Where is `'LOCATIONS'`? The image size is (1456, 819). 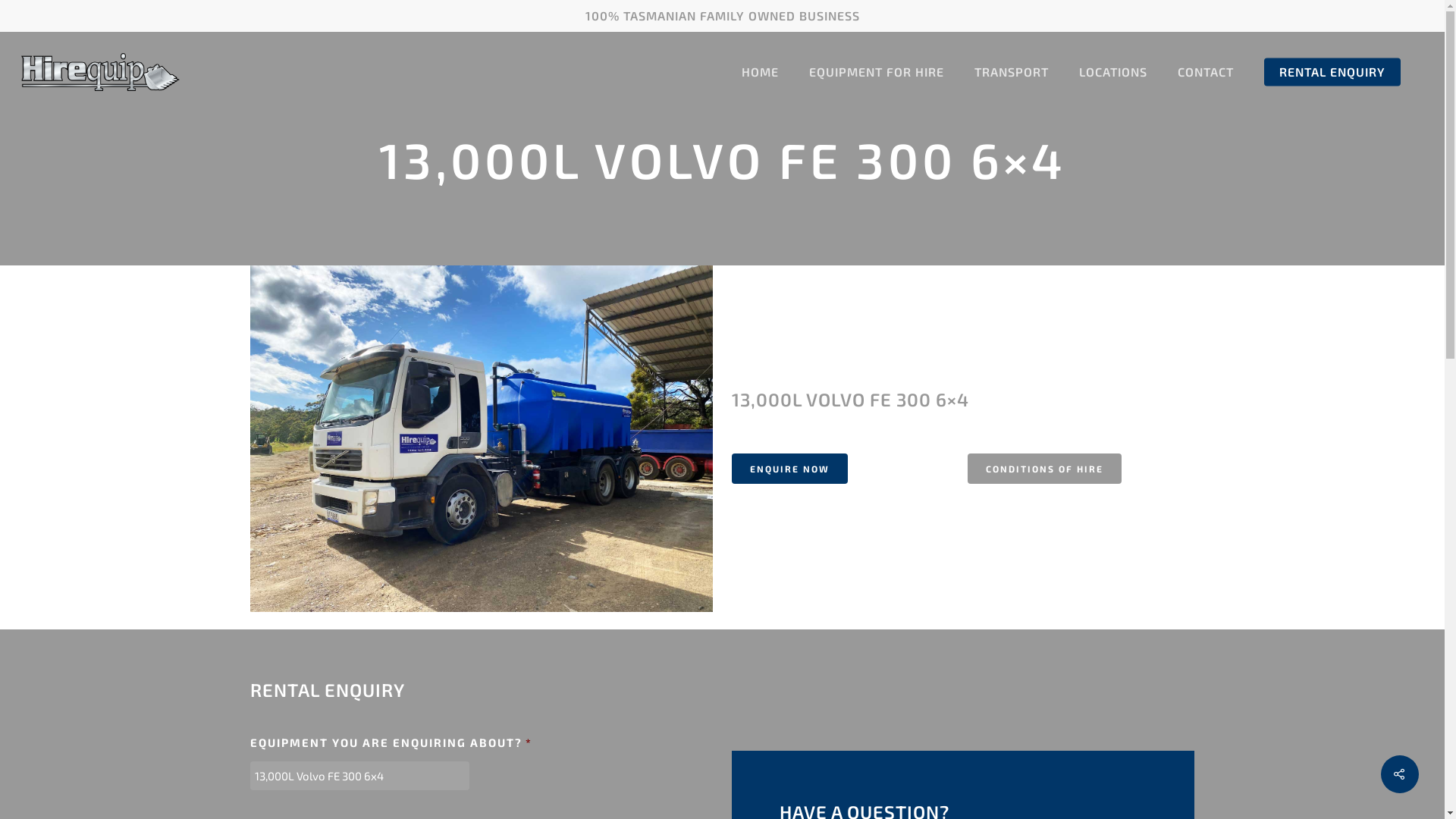 'LOCATIONS' is located at coordinates (1062, 72).